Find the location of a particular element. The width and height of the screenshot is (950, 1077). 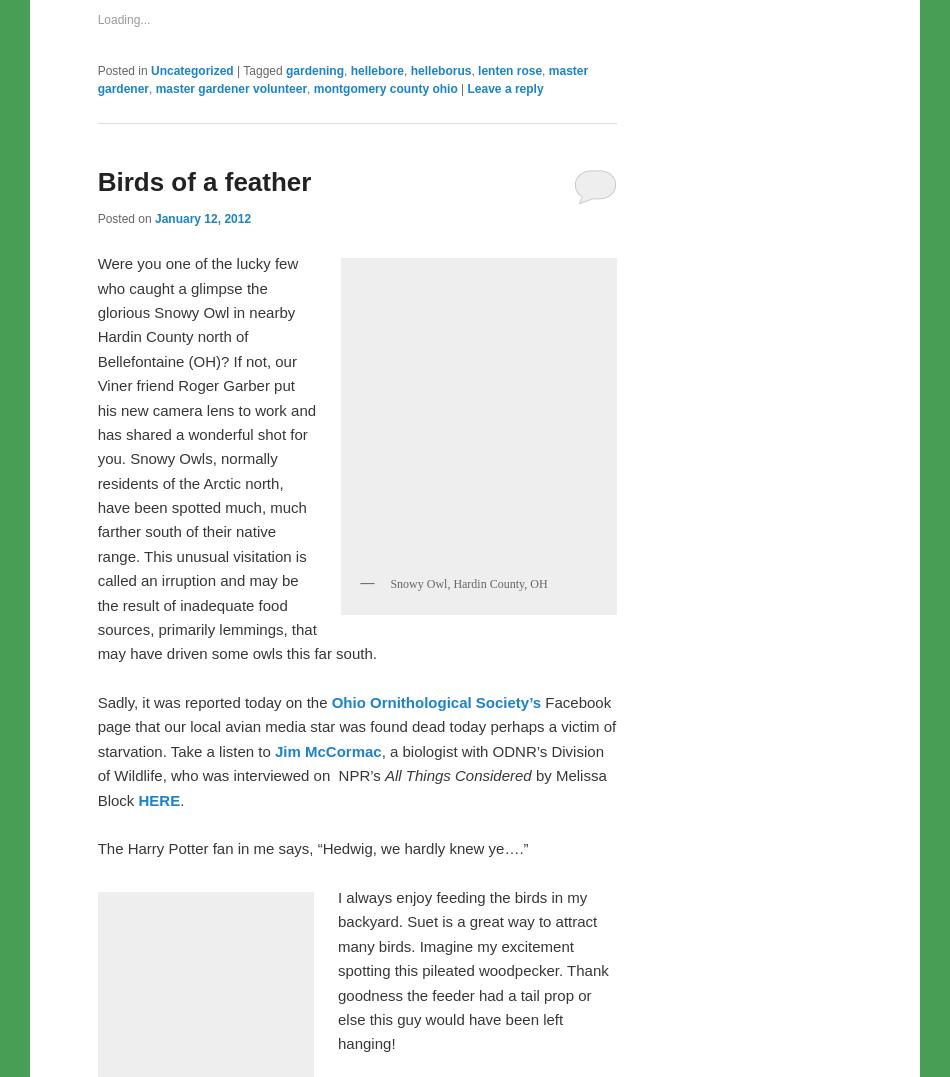

'Loading...' is located at coordinates (96, 437).